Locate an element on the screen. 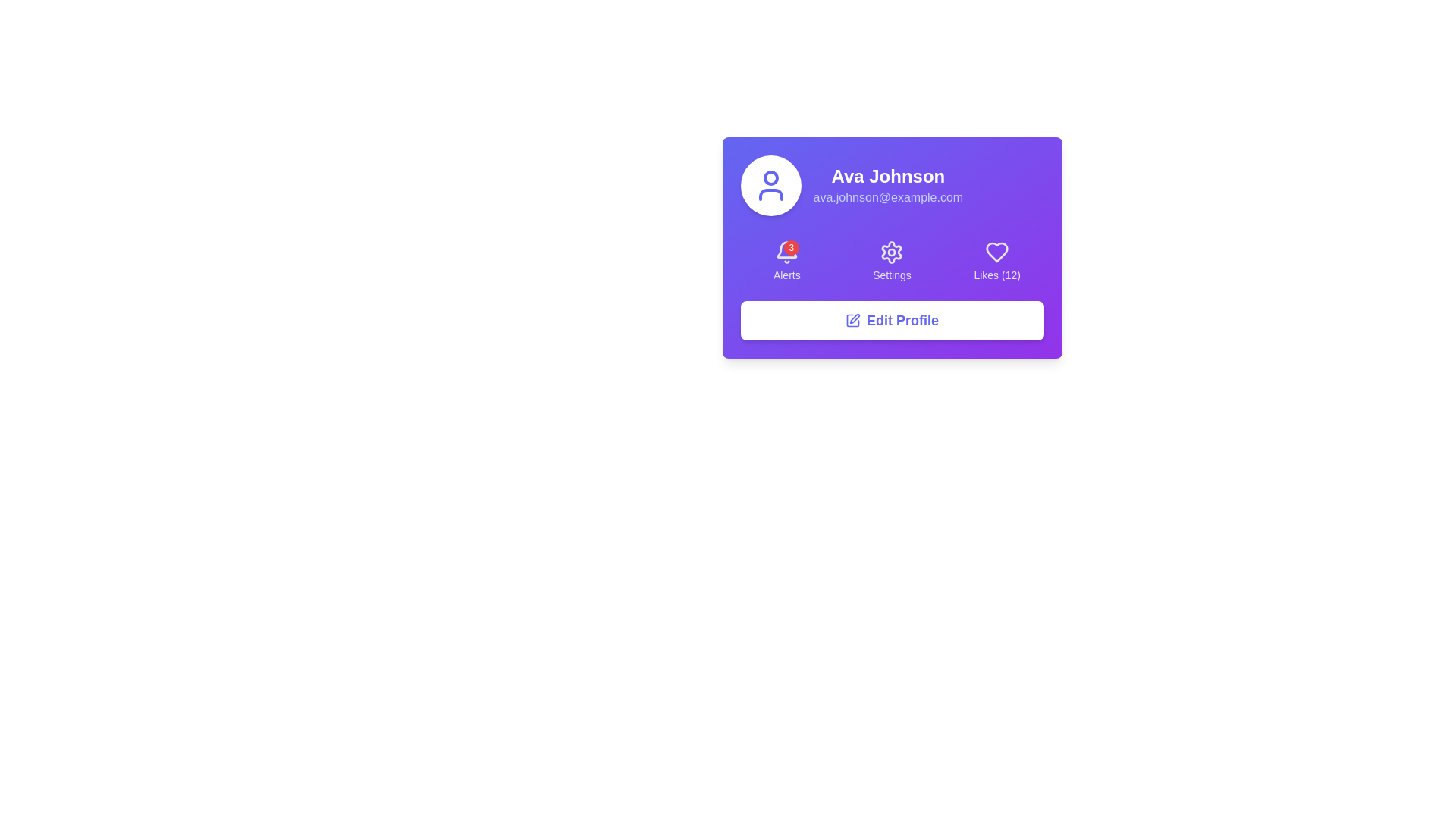  the 'Alerts' text label, which is displayed in a small-sized gray font and is positioned below a bell icon with a badge in a card layout is located at coordinates (786, 275).